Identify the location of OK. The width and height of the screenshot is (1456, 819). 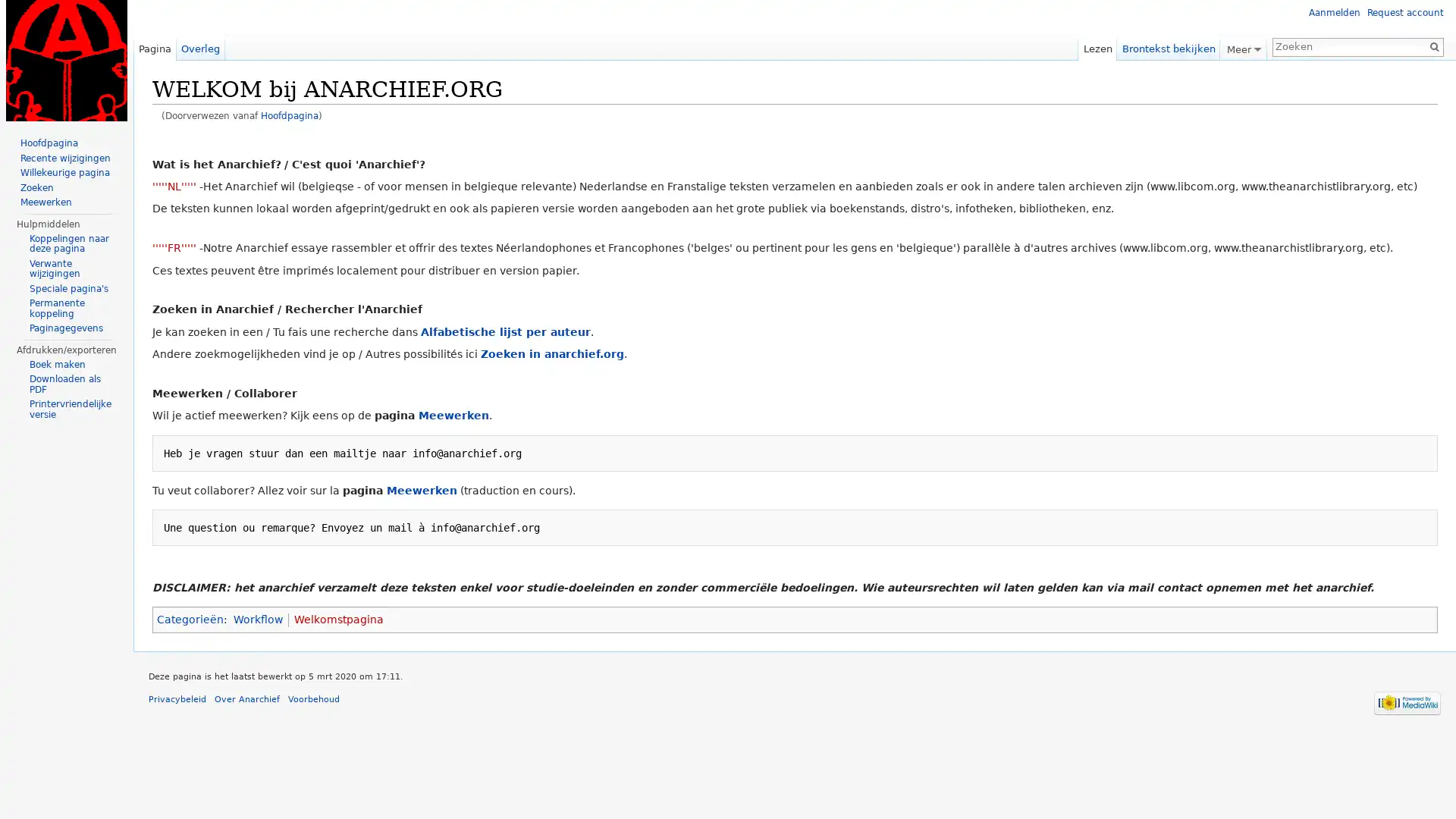
(1433, 45).